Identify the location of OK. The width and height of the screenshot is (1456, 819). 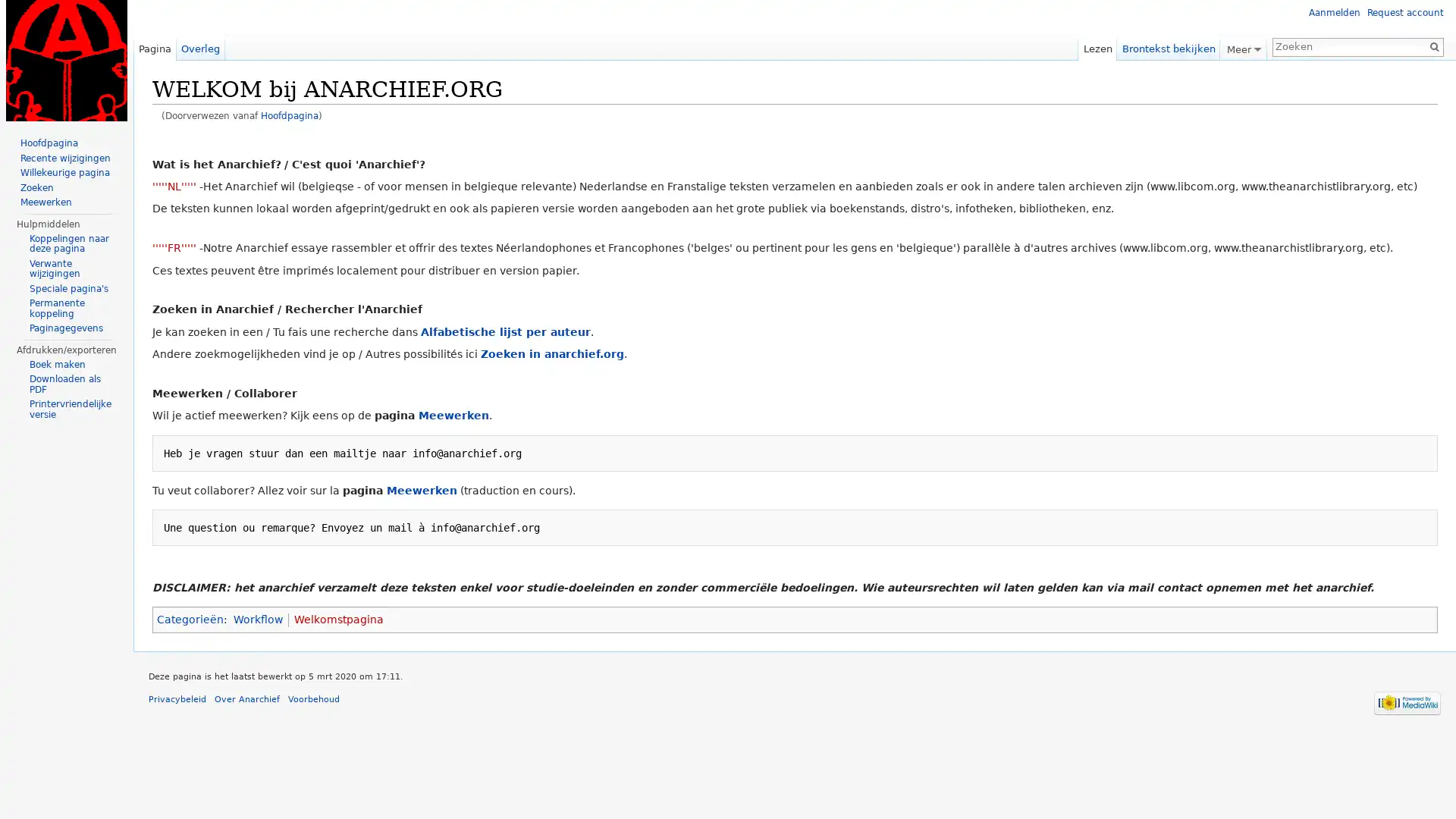
(1433, 45).